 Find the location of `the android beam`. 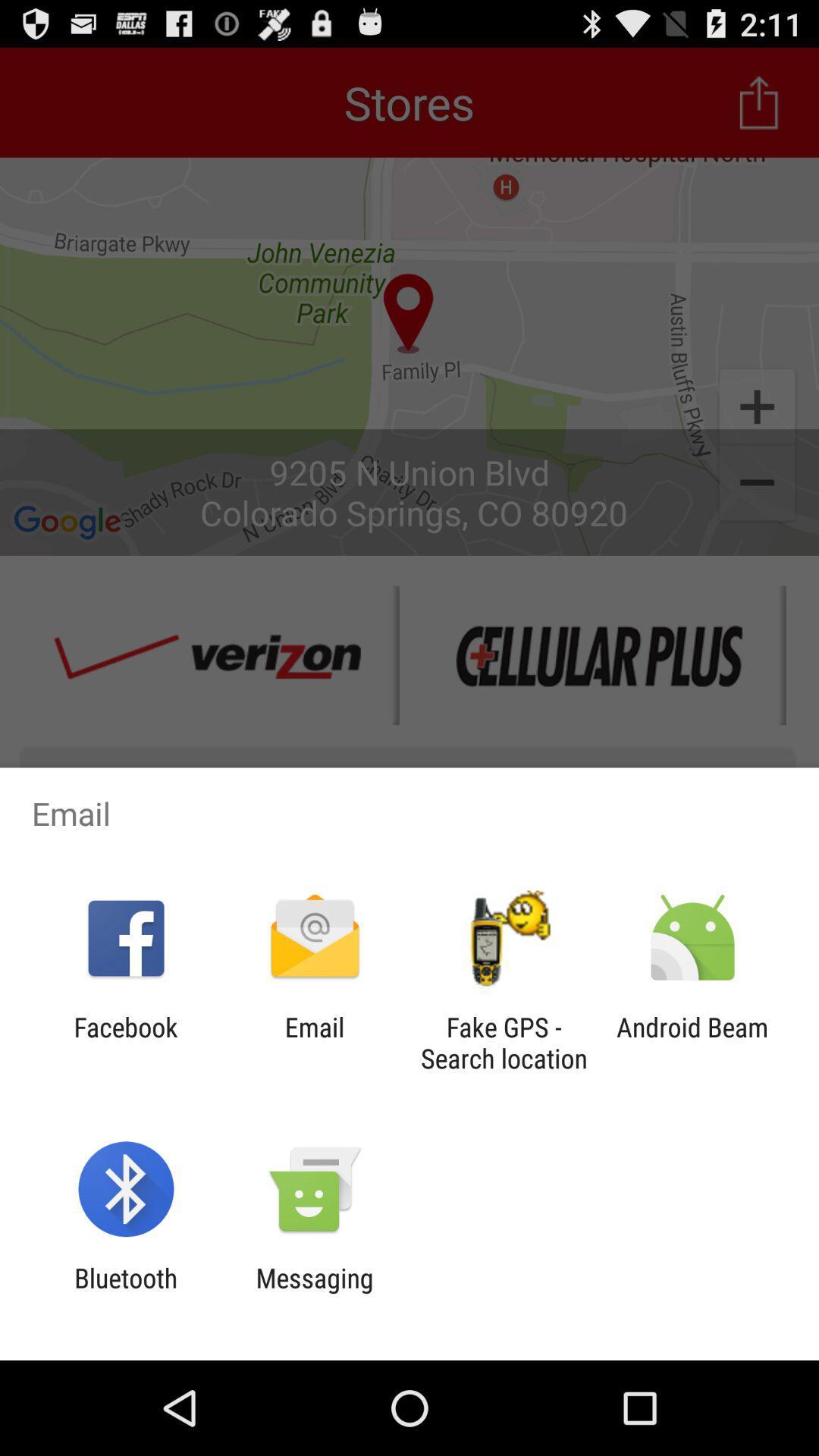

the android beam is located at coordinates (692, 1042).